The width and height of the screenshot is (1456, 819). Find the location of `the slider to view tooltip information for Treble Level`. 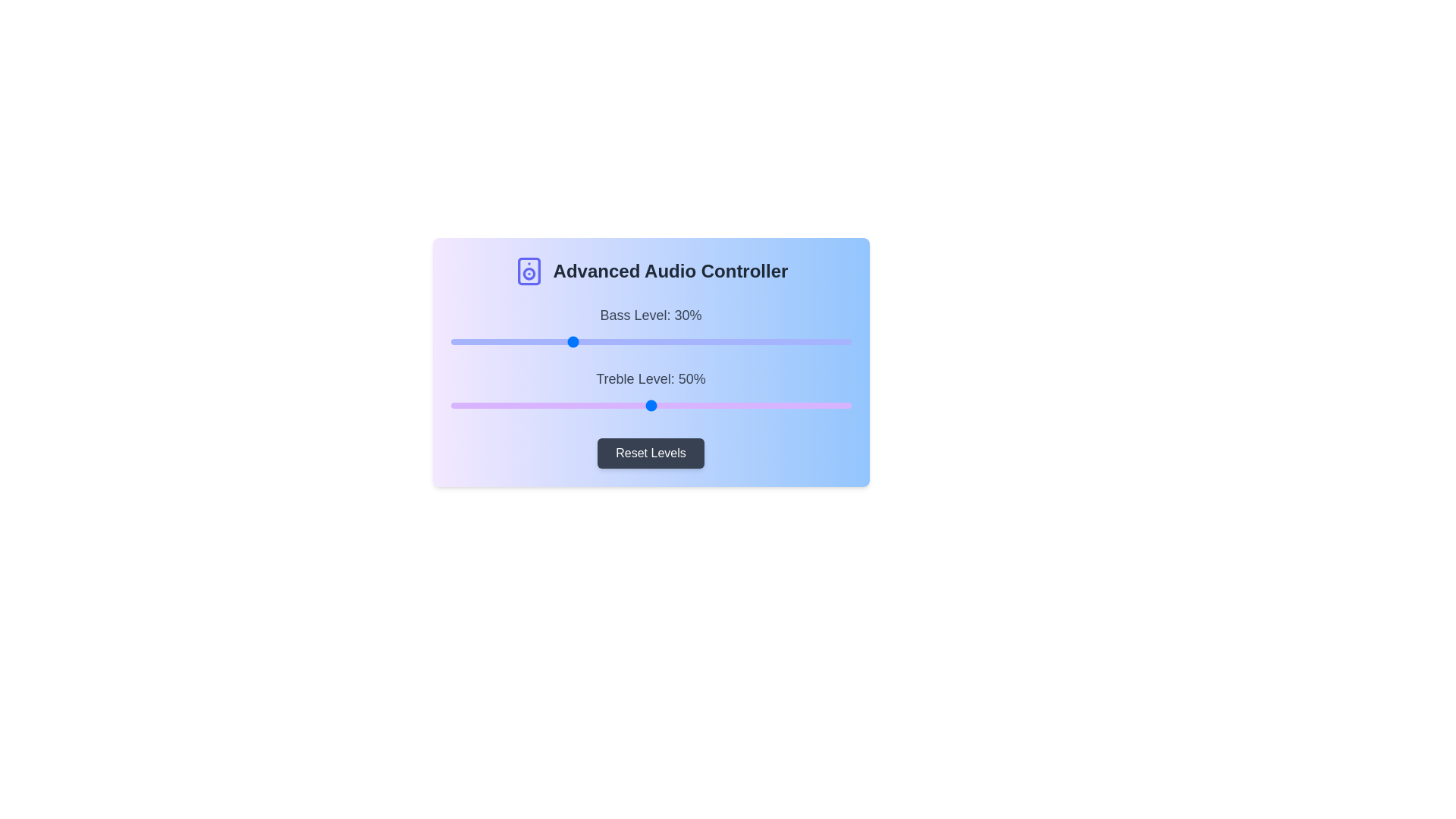

the slider to view tooltip information for Treble Level is located at coordinates (651, 405).